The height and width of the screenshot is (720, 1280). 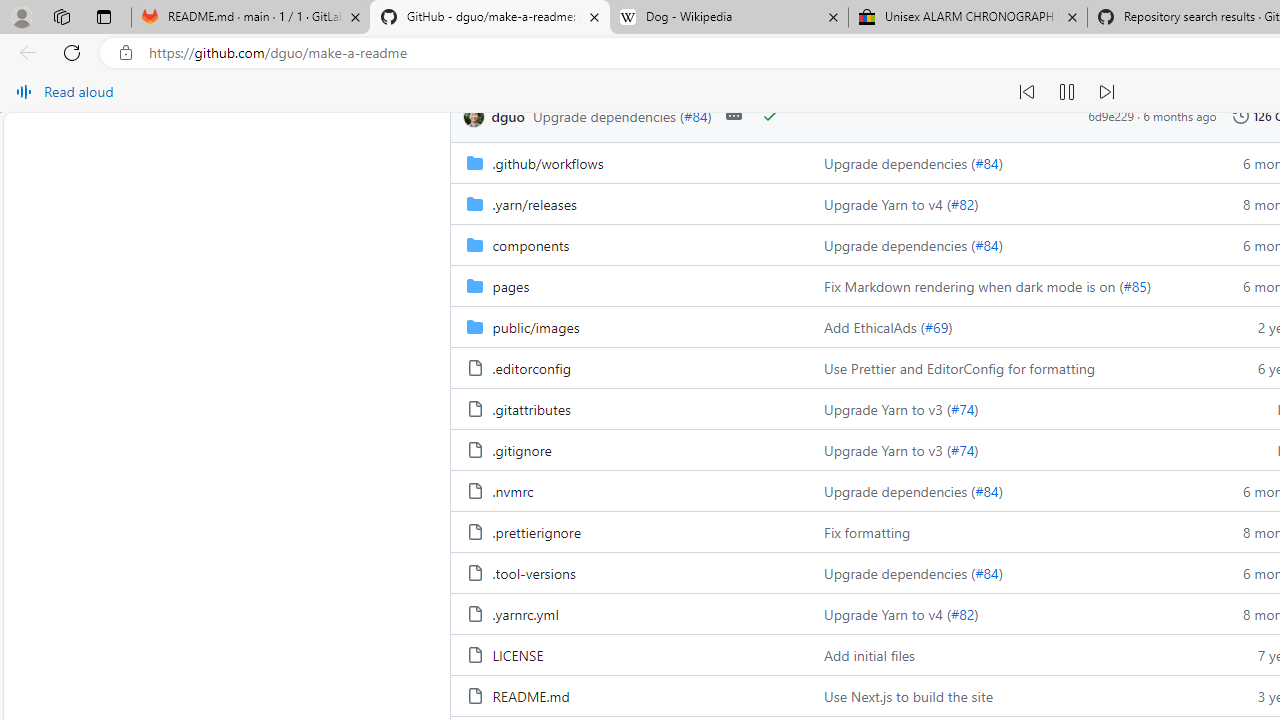 I want to click on '.prettierignore, (File)', so click(x=536, y=531).